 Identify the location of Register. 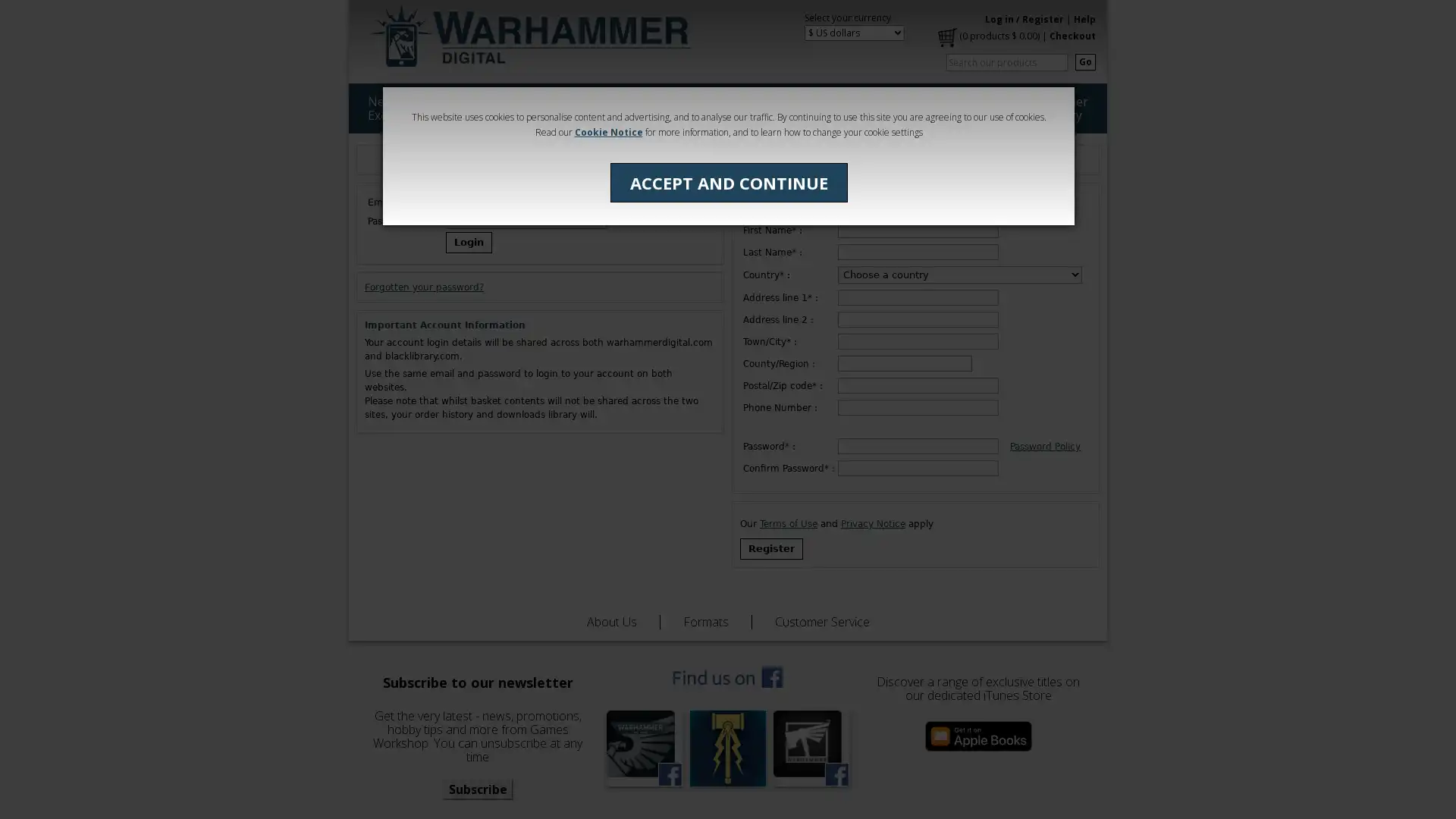
(771, 549).